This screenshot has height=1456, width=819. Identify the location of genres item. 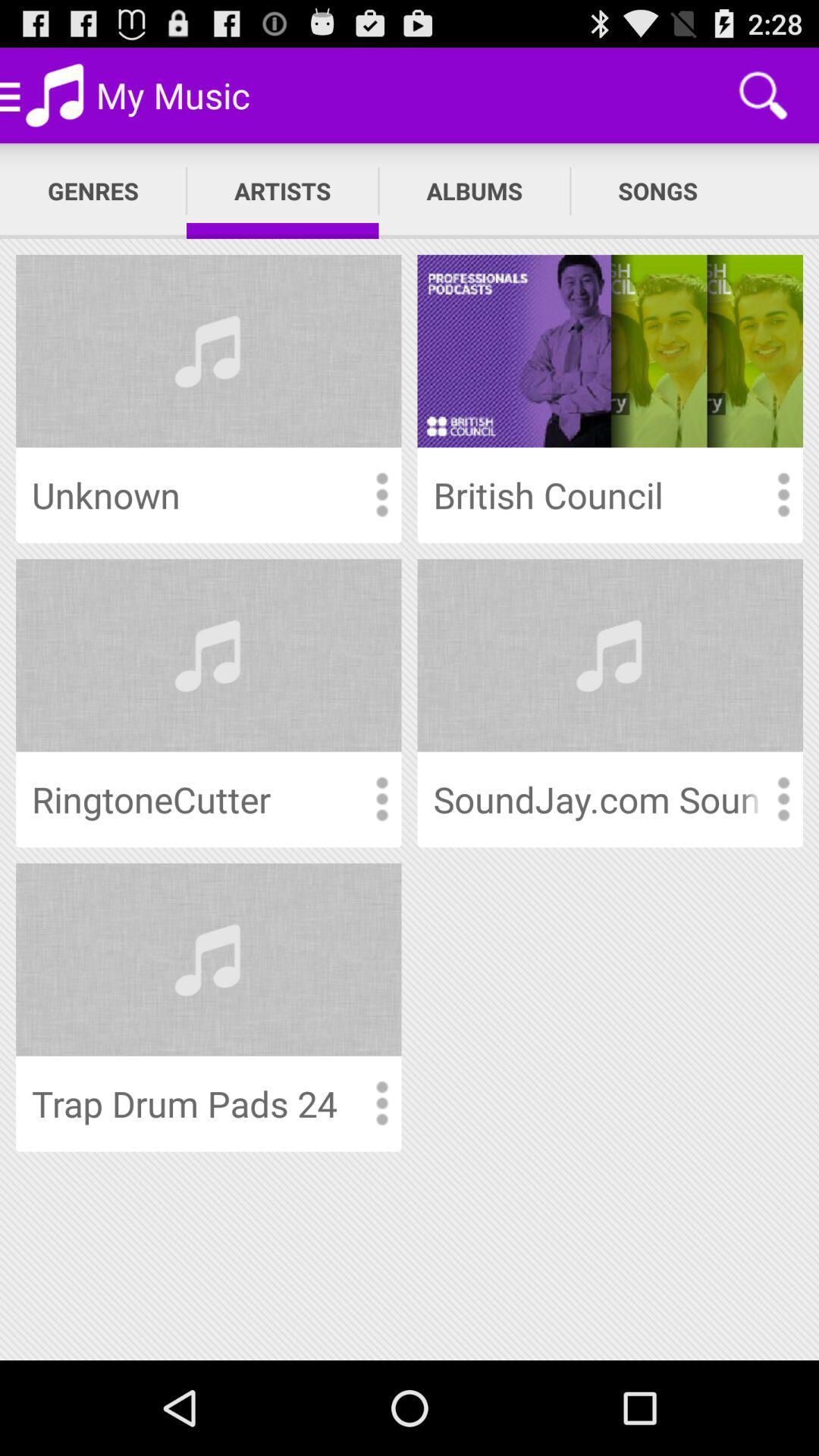
(93, 190).